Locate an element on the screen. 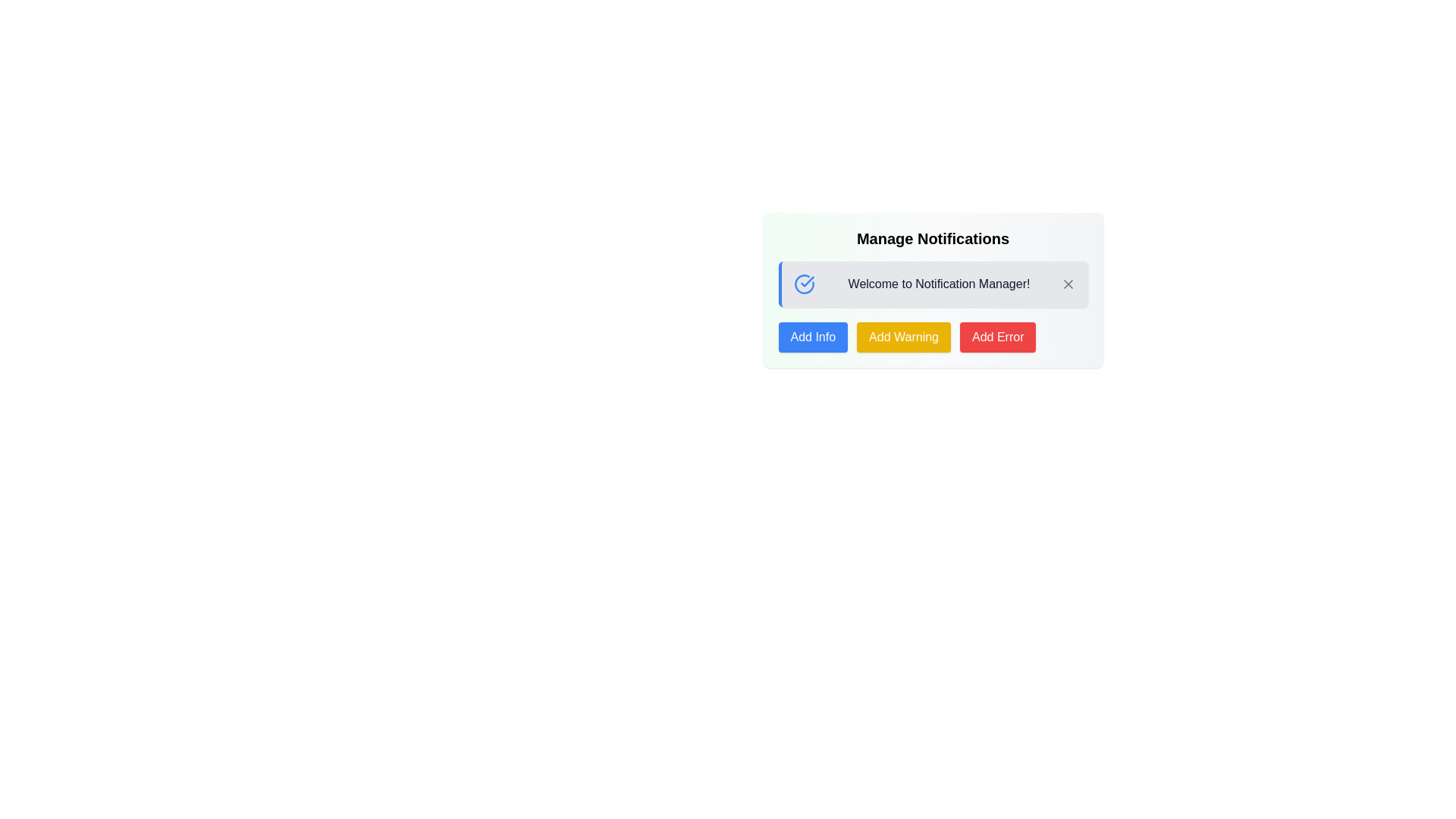 This screenshot has height=819, width=1456. the third button in the 'Manage Notifications' card is located at coordinates (998, 336).